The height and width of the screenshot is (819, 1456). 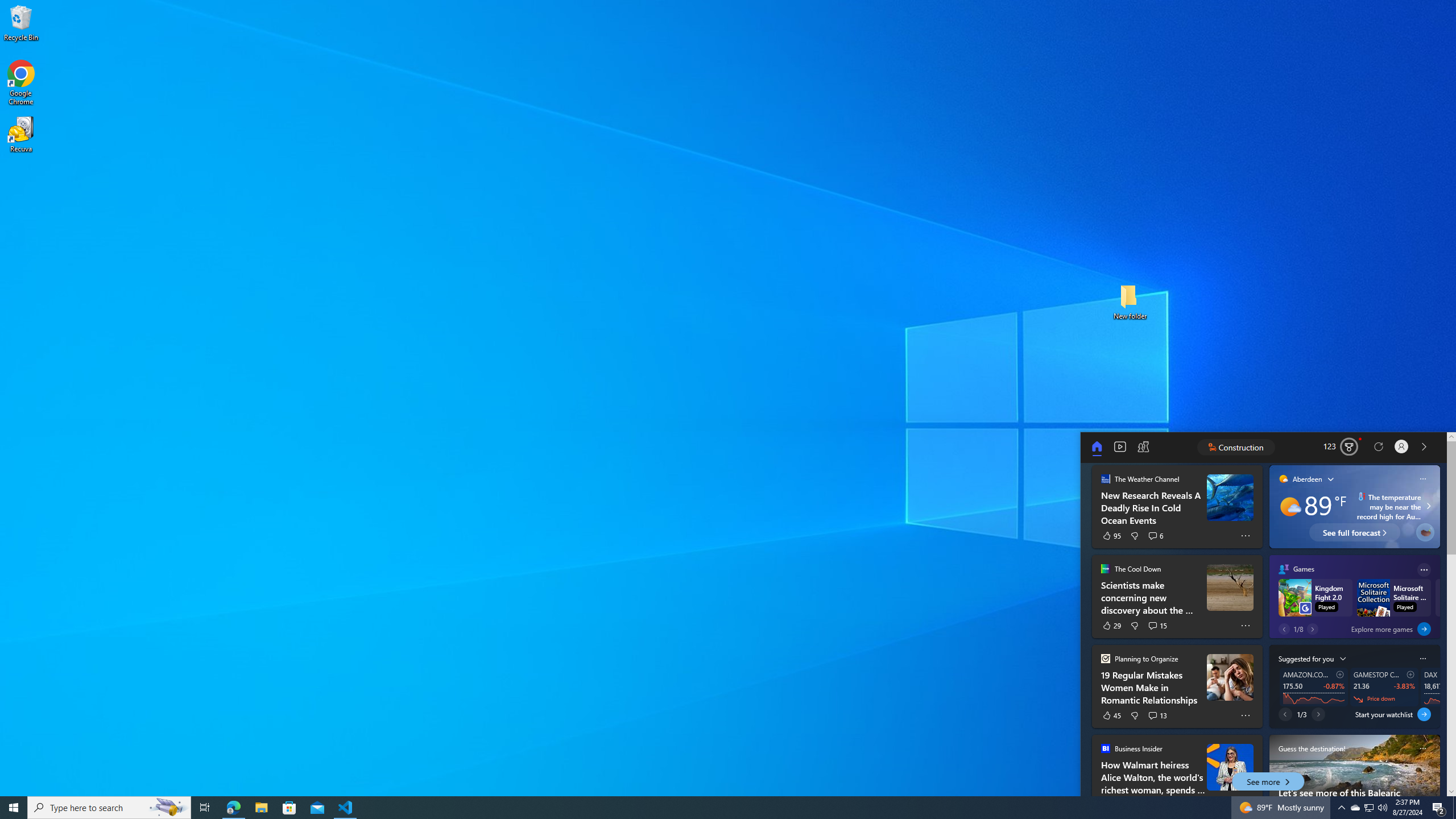 What do you see at coordinates (1439, 806) in the screenshot?
I see `'Action Center, 2 new notifications'` at bounding box center [1439, 806].